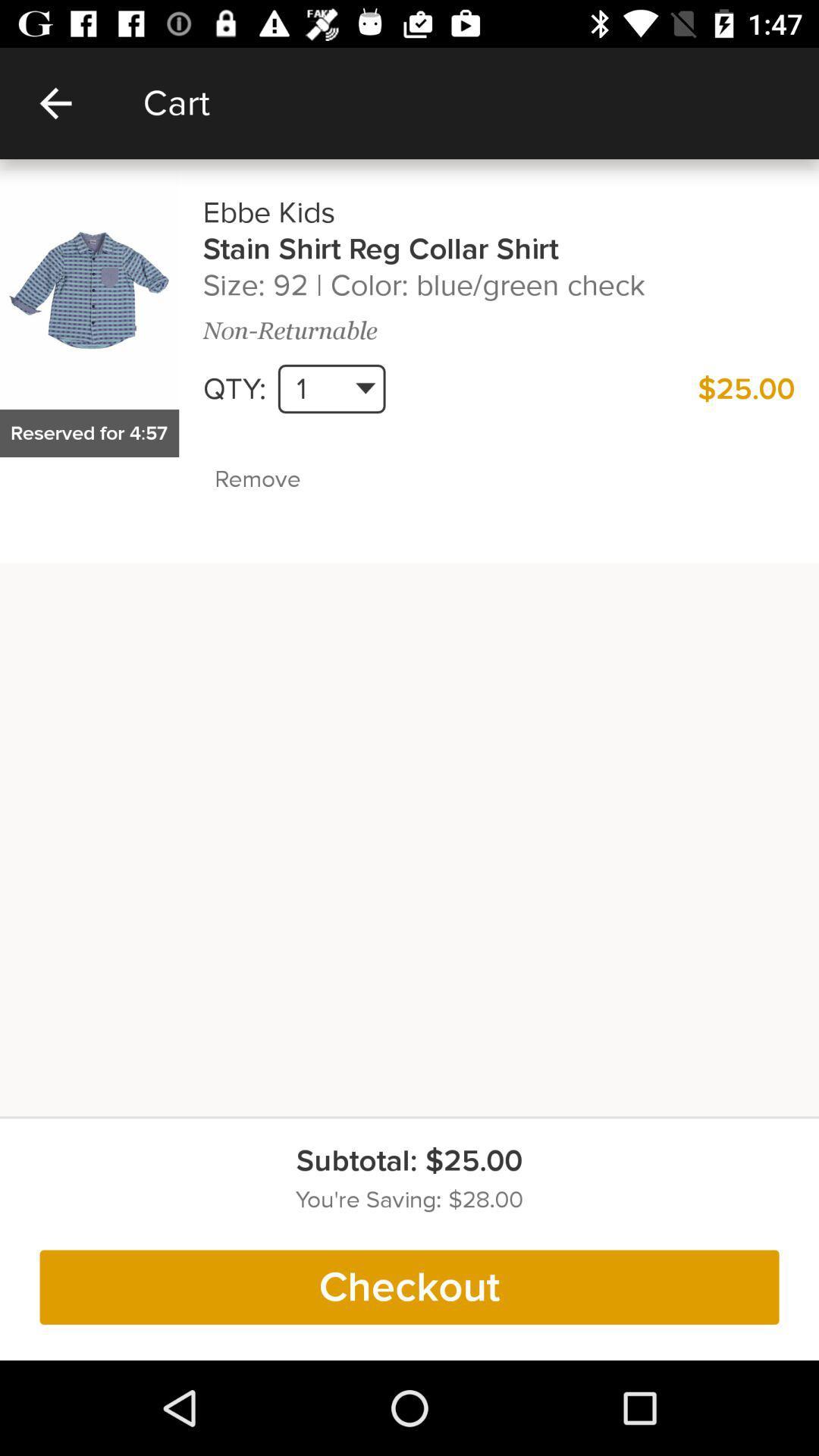 The image size is (819, 1456). I want to click on remove item, so click(290, 479).